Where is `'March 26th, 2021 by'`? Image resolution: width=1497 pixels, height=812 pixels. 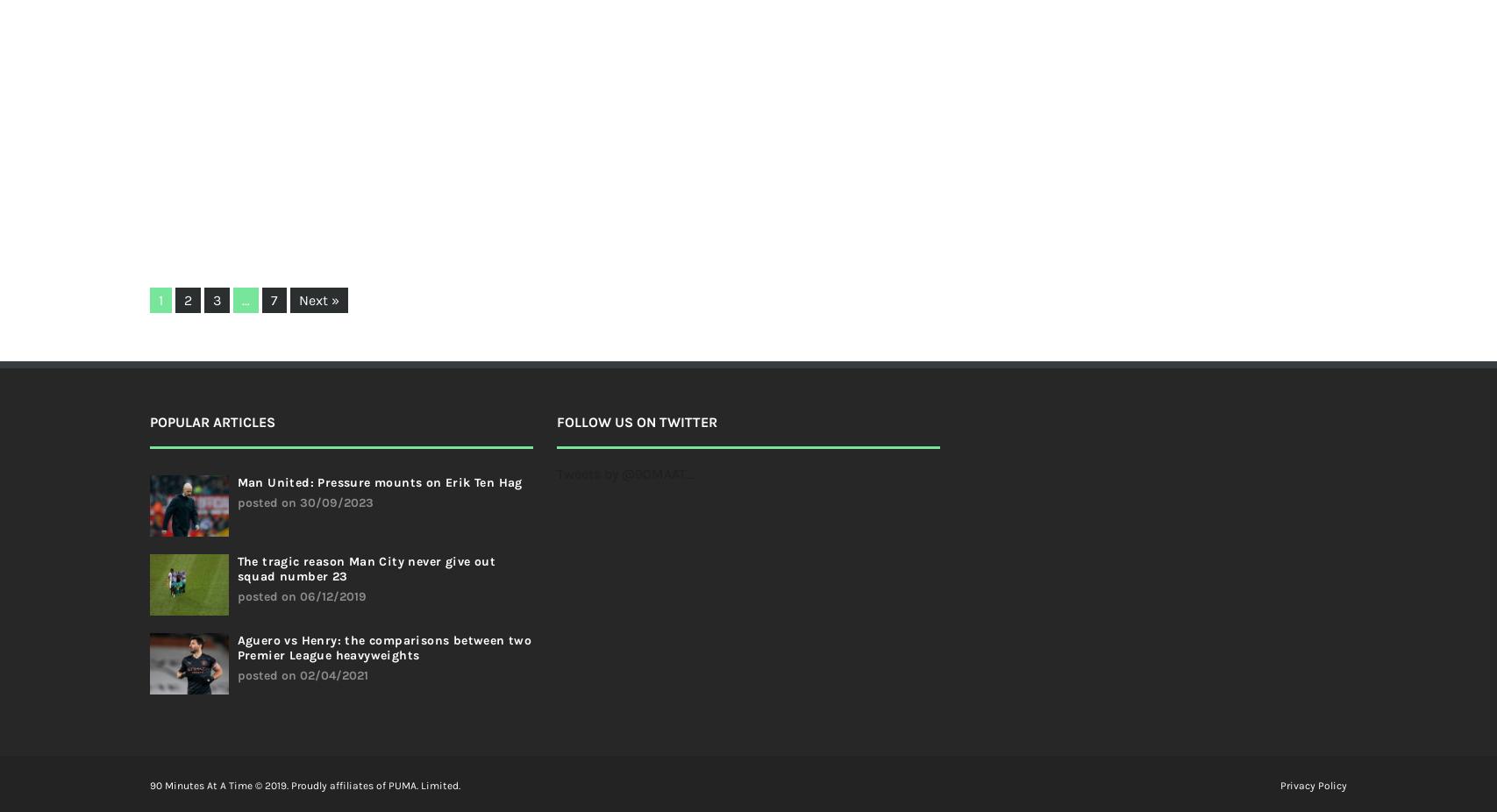
'March 26th, 2021 by' is located at coordinates (503, 126).